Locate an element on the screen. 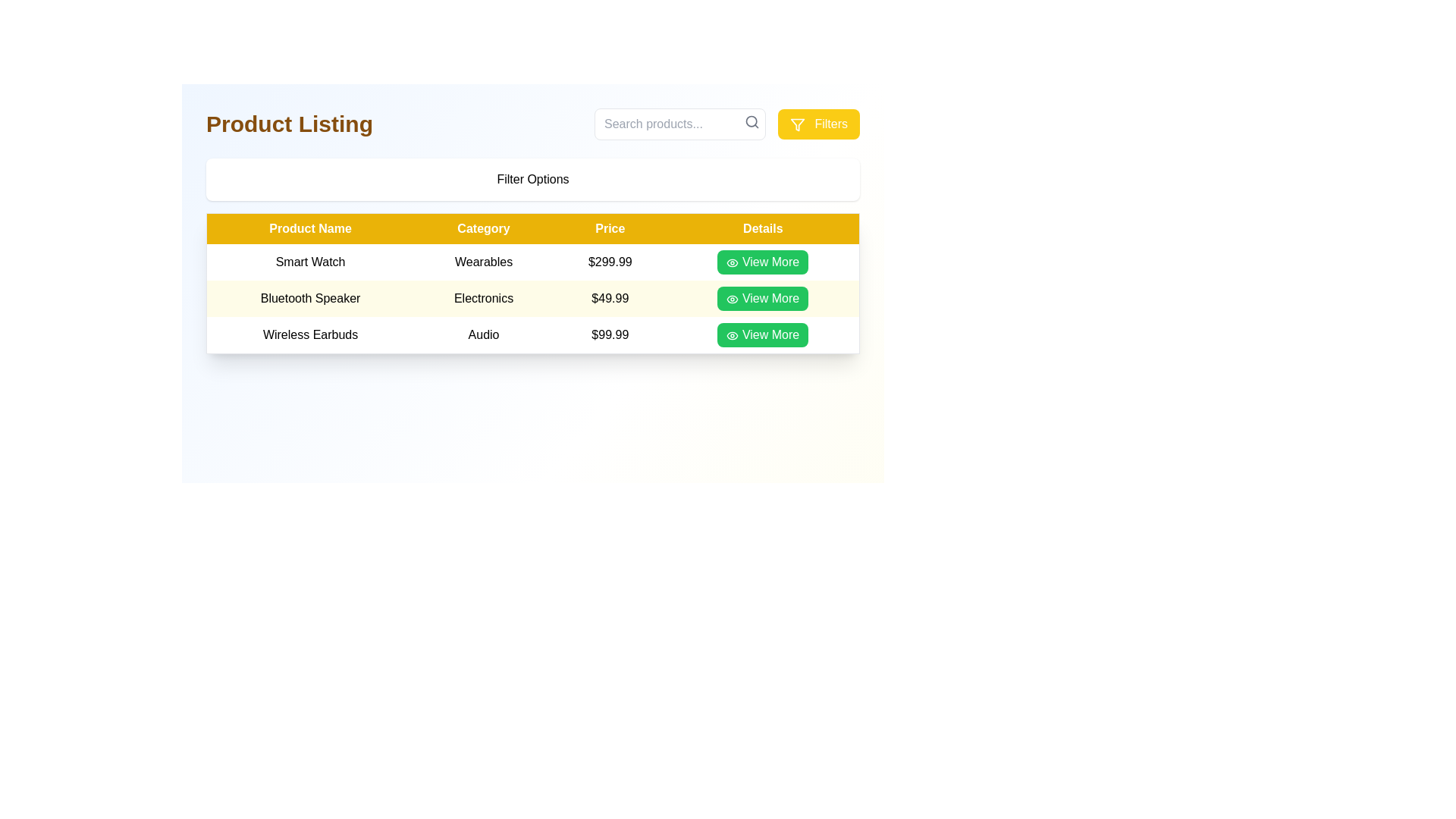  the 'Price' text label, which is a rectangular area with a yellow background and white text, positioned between 'Category' and 'Details' in the table header is located at coordinates (610, 228).